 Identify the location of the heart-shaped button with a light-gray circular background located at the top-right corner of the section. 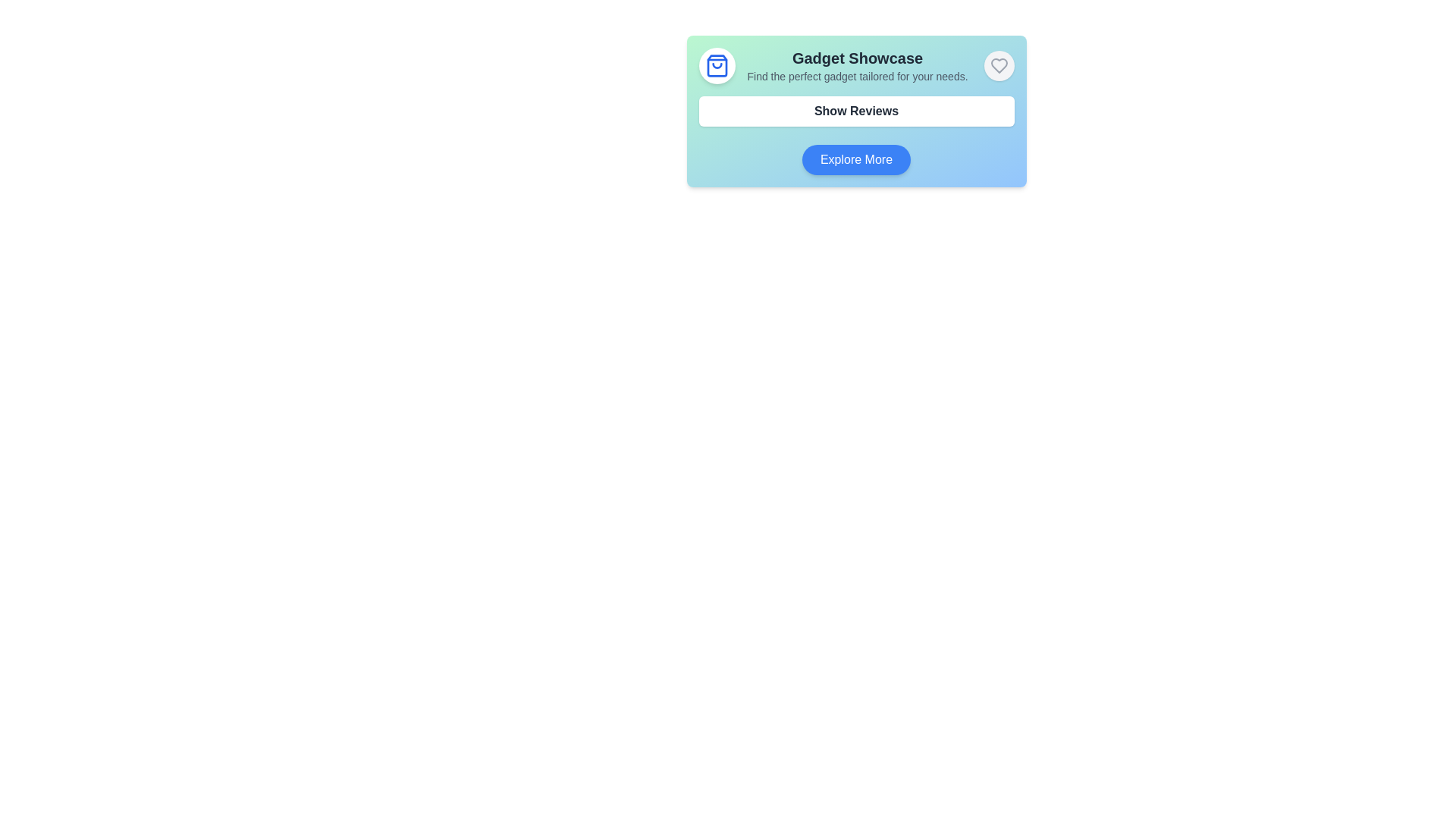
(999, 65).